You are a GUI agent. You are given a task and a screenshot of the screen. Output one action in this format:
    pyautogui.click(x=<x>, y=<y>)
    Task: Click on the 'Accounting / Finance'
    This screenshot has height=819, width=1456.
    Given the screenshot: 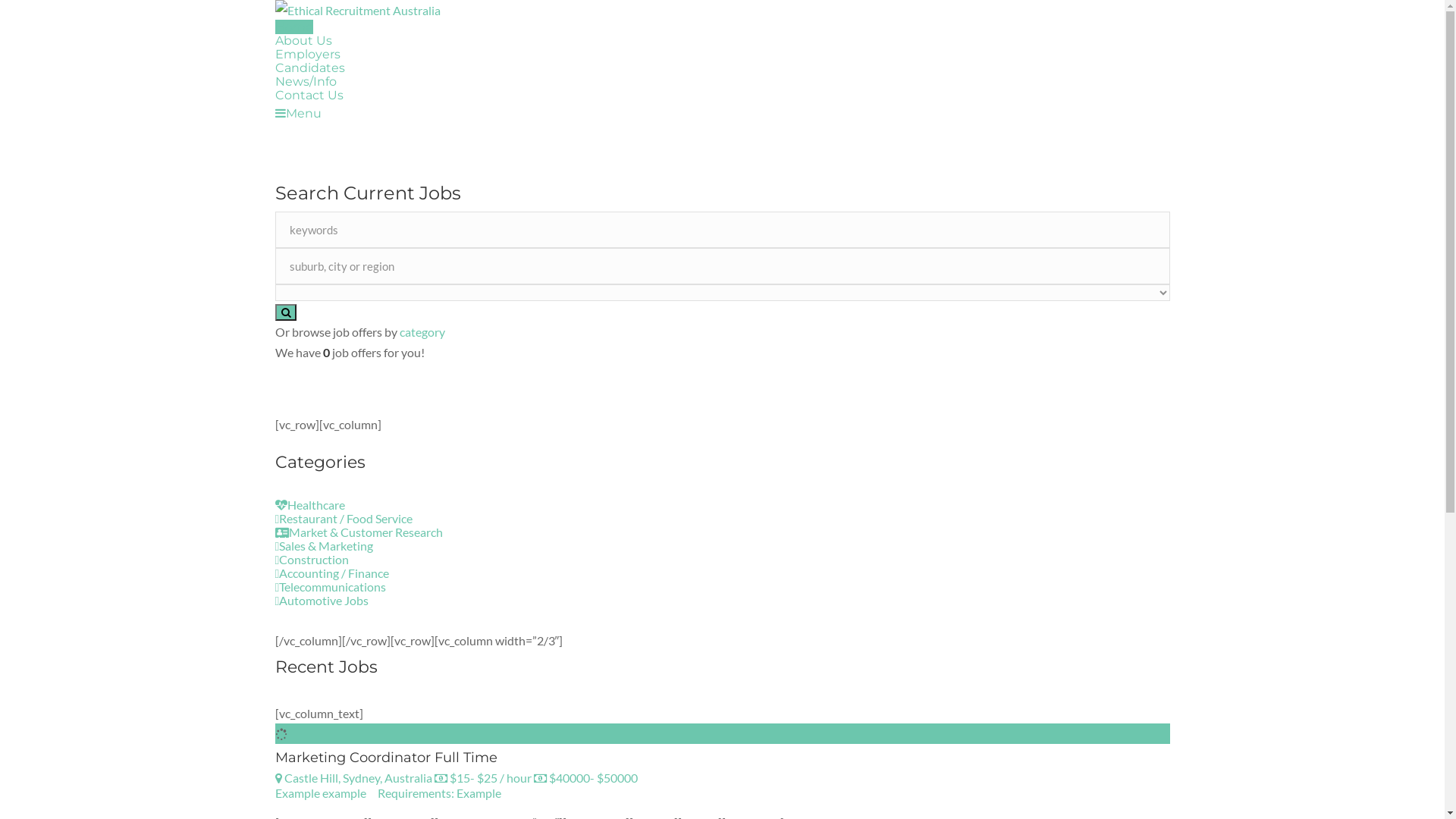 What is the action you would take?
    pyautogui.click(x=331, y=573)
    